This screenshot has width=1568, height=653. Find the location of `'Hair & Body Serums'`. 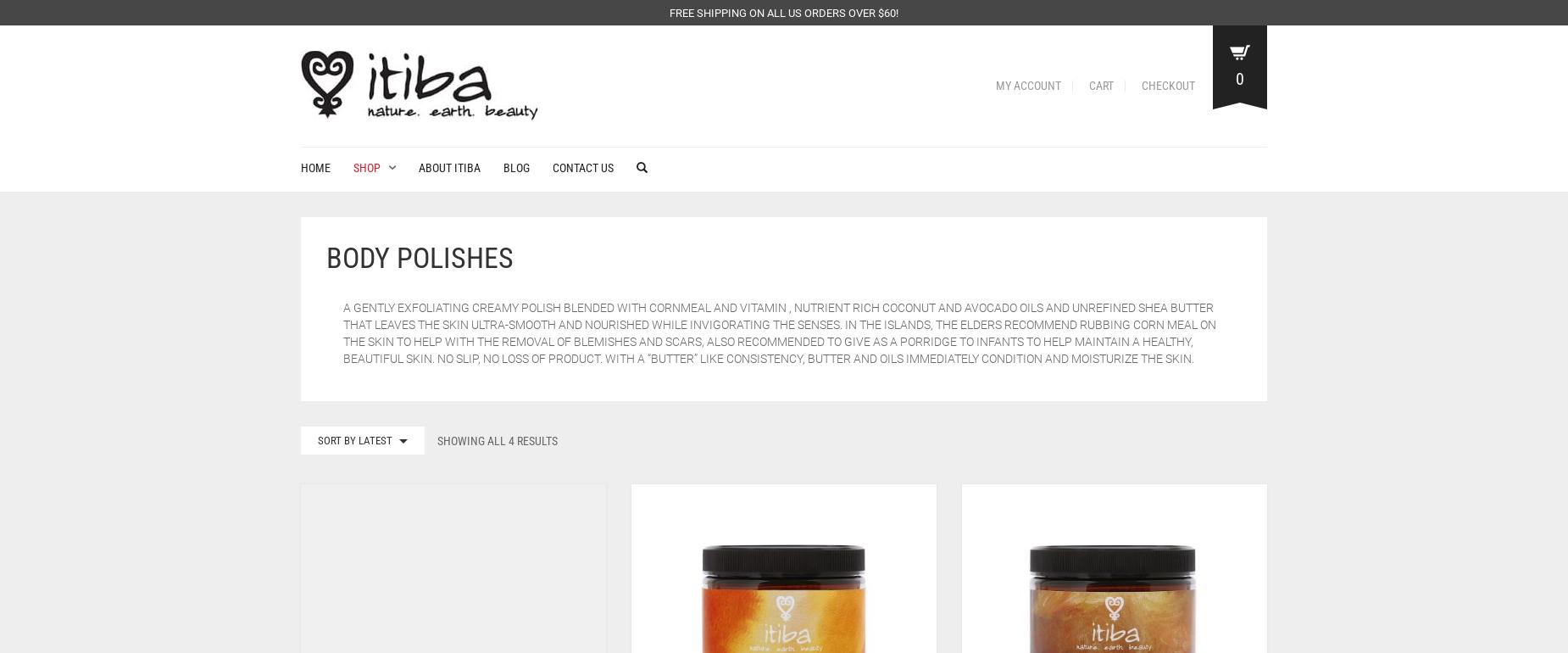

'Hair & Body Serums' is located at coordinates (414, 272).